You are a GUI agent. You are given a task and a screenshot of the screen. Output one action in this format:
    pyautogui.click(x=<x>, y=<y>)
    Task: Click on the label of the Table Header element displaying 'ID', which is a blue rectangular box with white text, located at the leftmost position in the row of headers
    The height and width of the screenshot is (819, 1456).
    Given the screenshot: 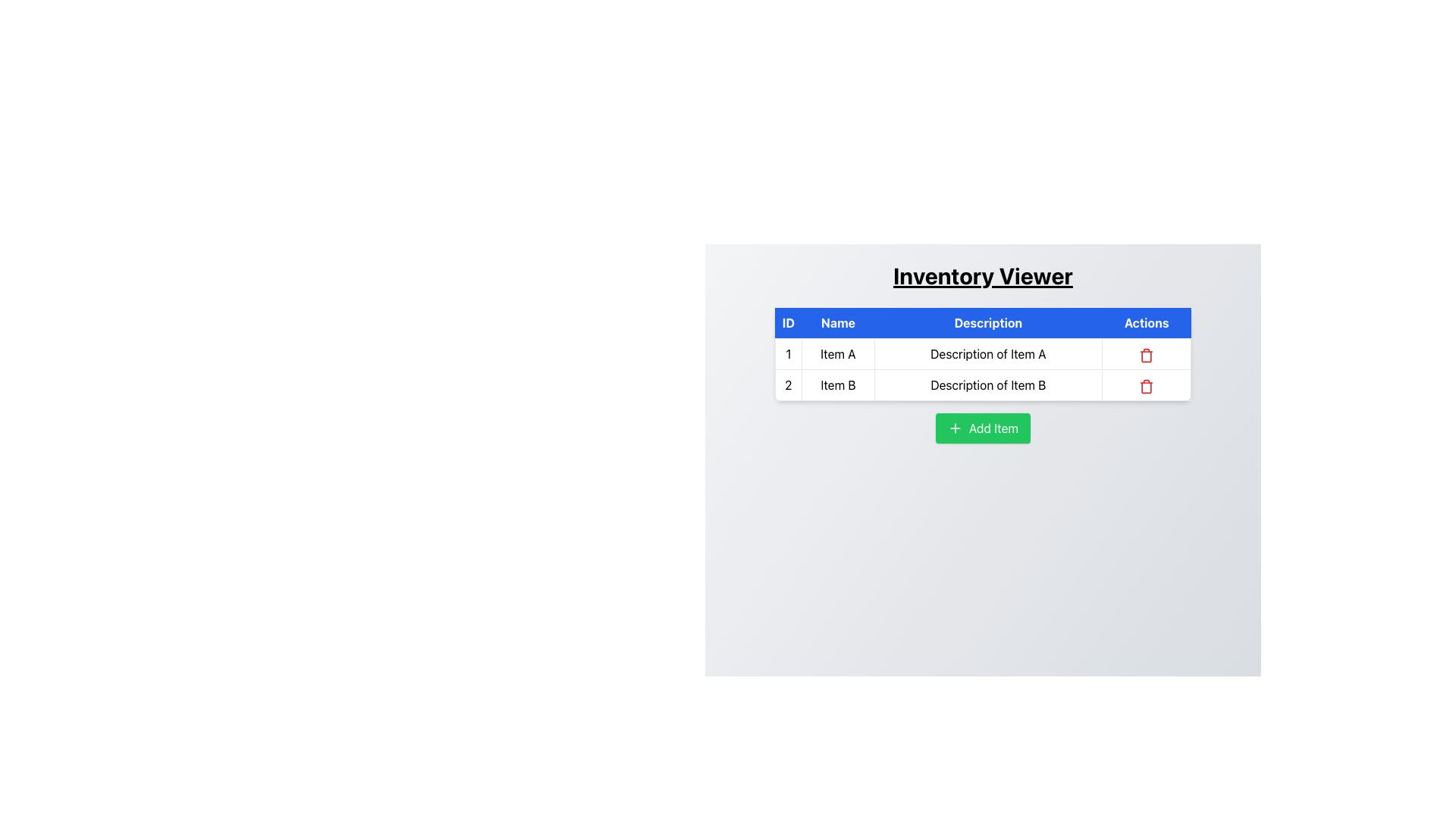 What is the action you would take?
    pyautogui.click(x=788, y=322)
    